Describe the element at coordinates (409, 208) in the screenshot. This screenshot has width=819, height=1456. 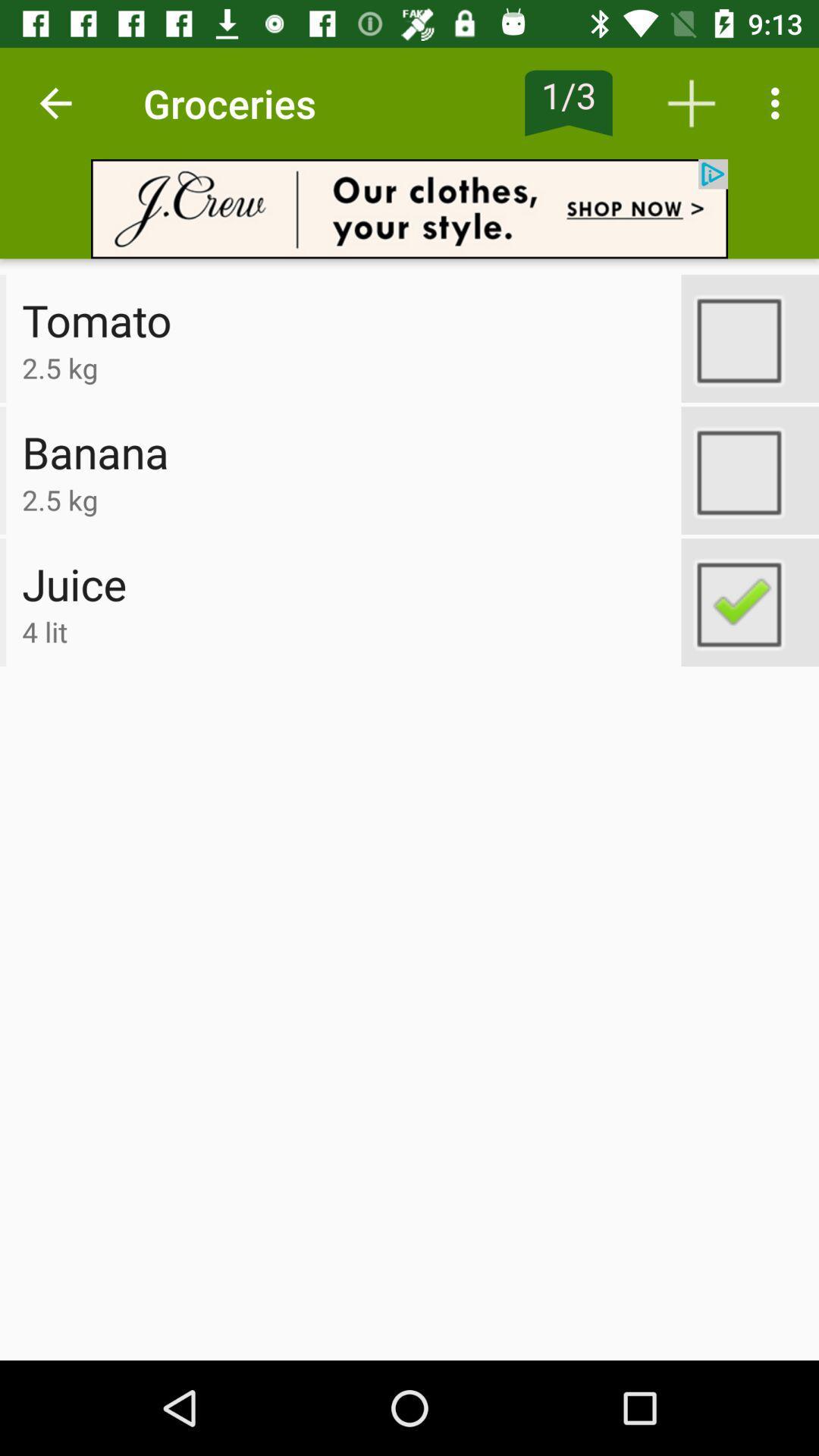
I see `advertisement` at that location.